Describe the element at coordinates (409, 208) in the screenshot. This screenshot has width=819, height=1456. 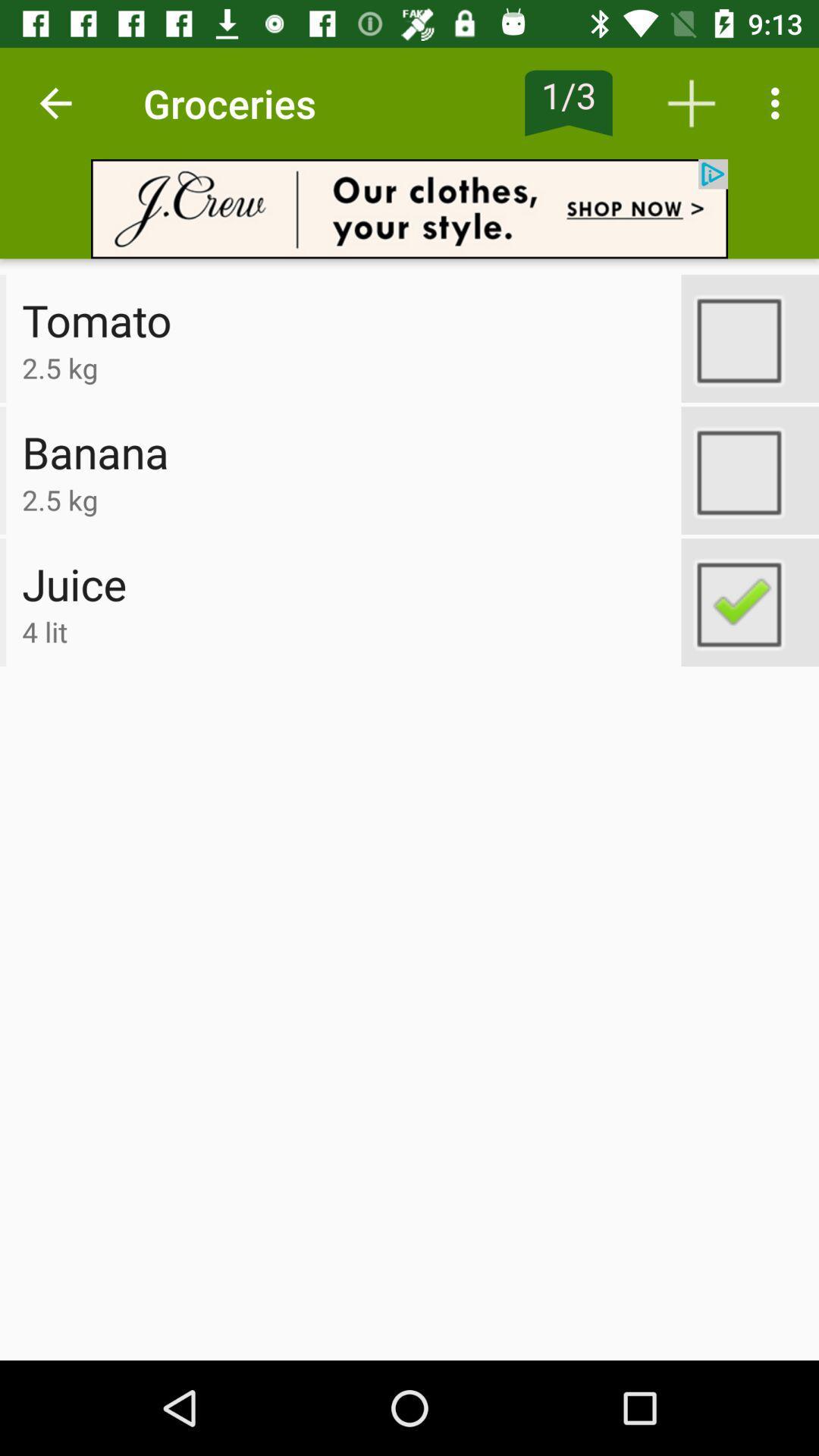
I see `advertisement` at that location.